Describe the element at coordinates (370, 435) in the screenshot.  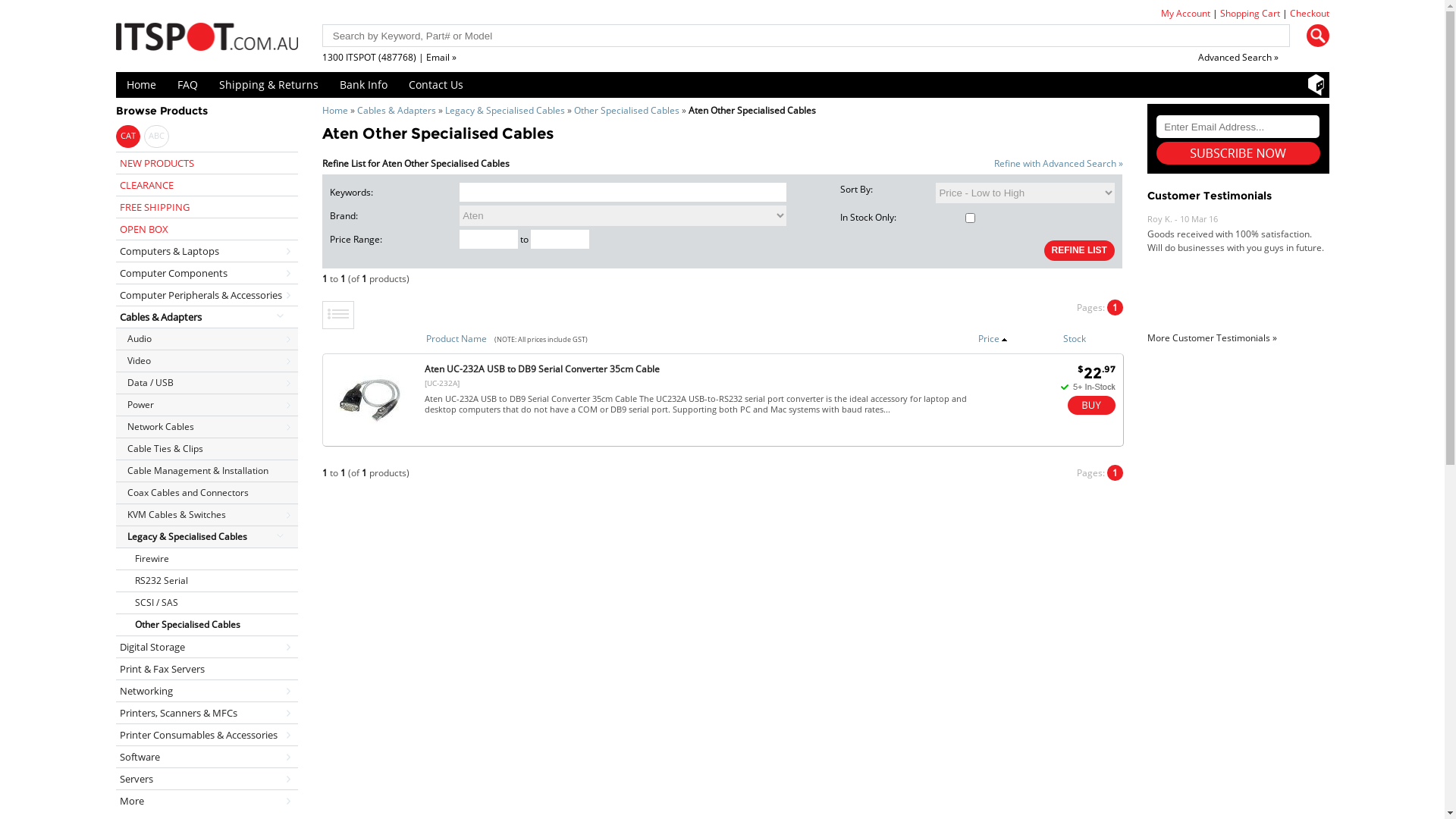
I see `'Aten UC-232A USB to DB9 Serial | ITSpot Computer Components'` at that location.